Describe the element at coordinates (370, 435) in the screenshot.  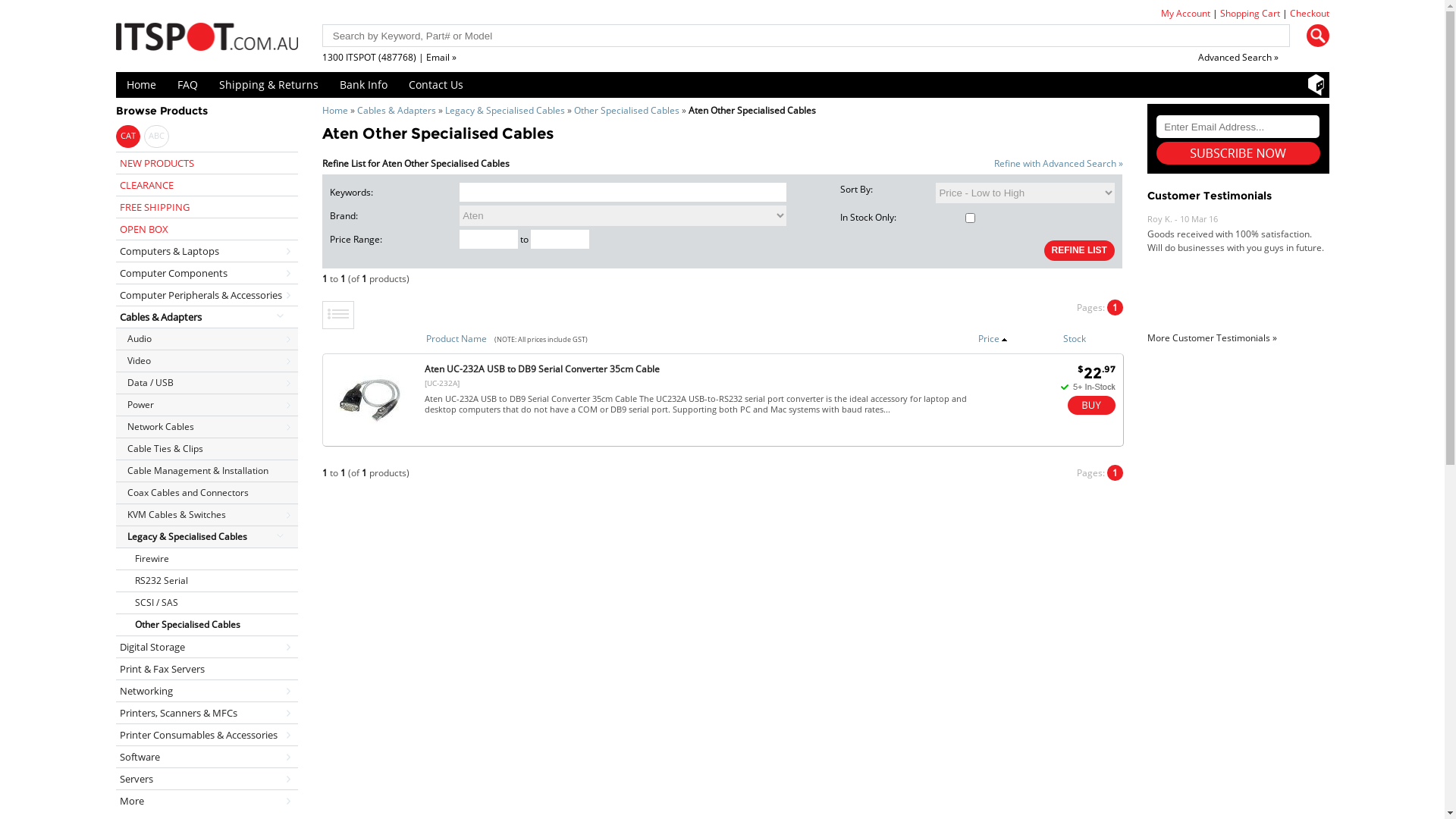
I see `'Aten UC-232A USB to DB9 Serial | ITSpot Computer Components'` at that location.